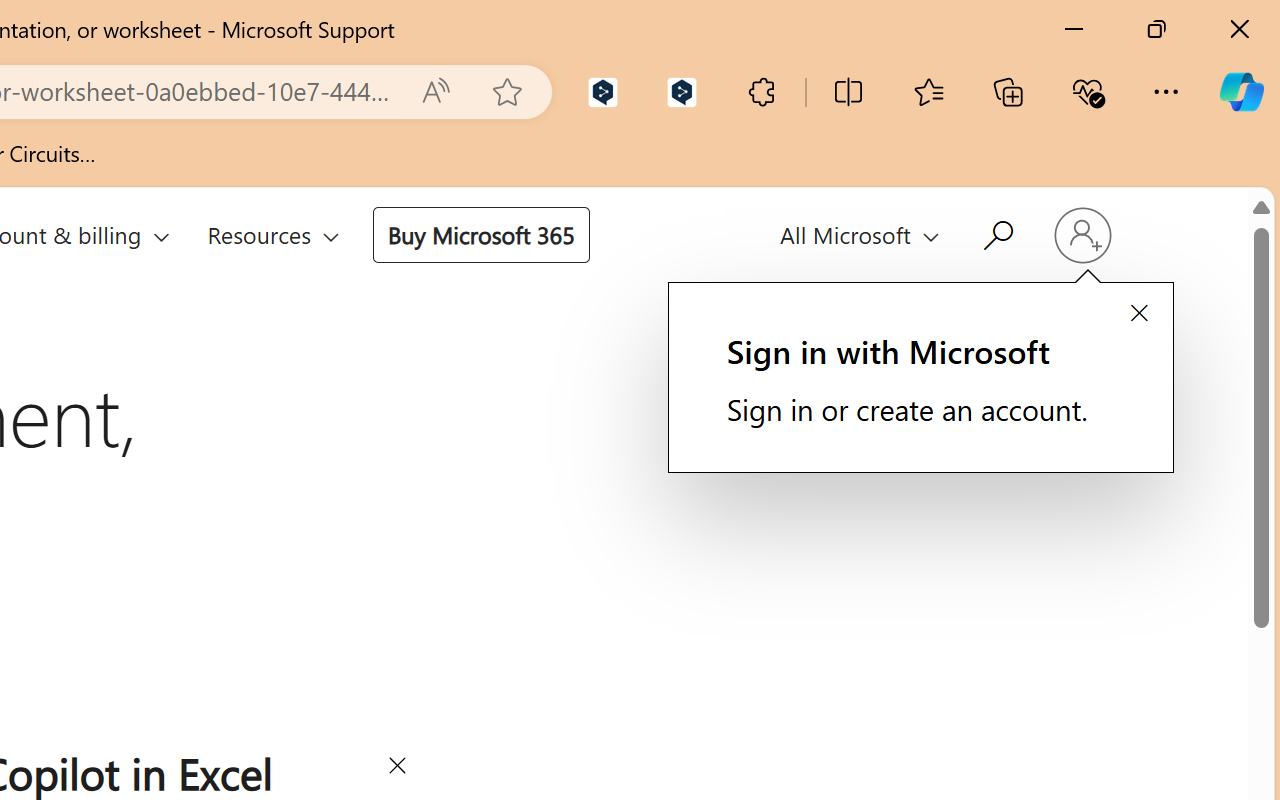 Image resolution: width=1280 pixels, height=800 pixels. Describe the element at coordinates (480, 233) in the screenshot. I see `'Buy Microsoft 365'` at that location.